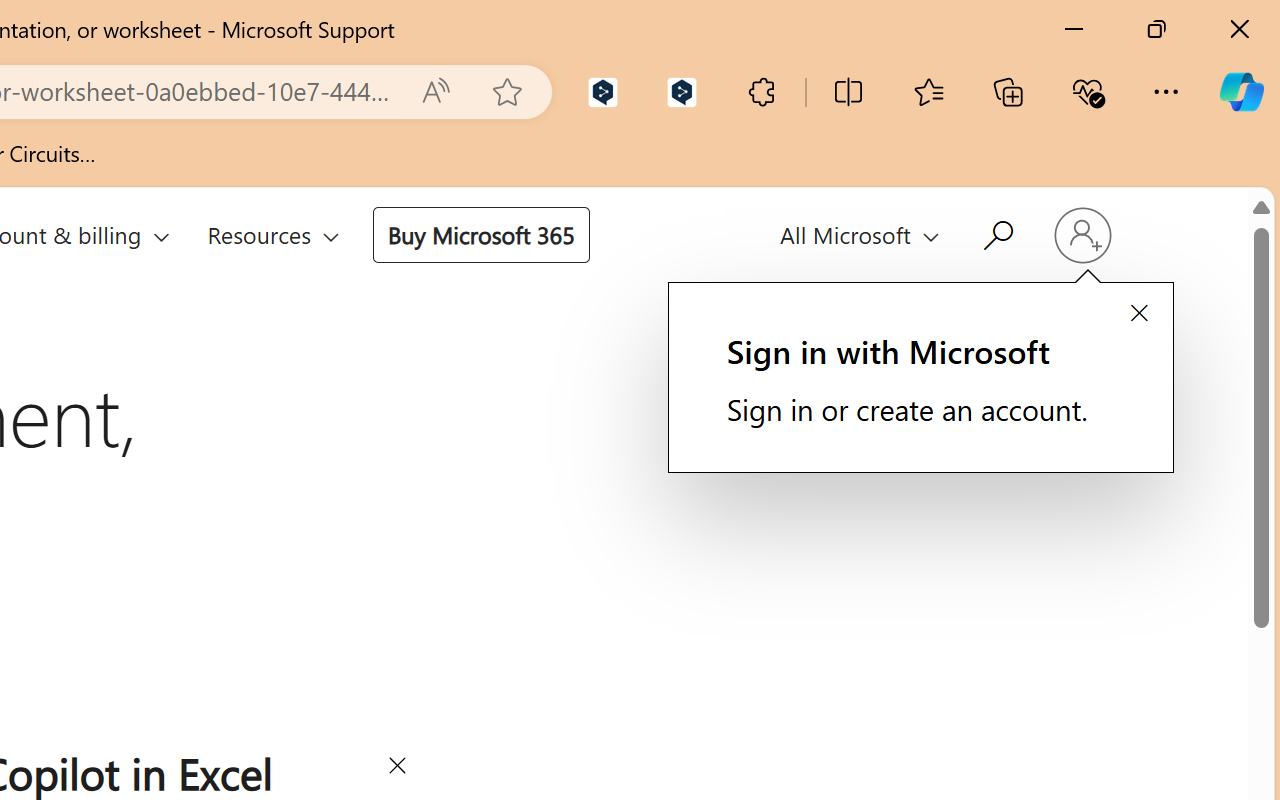 Image resolution: width=1280 pixels, height=800 pixels. Describe the element at coordinates (480, 233) in the screenshot. I see `'Buy Microsoft 365'` at that location.